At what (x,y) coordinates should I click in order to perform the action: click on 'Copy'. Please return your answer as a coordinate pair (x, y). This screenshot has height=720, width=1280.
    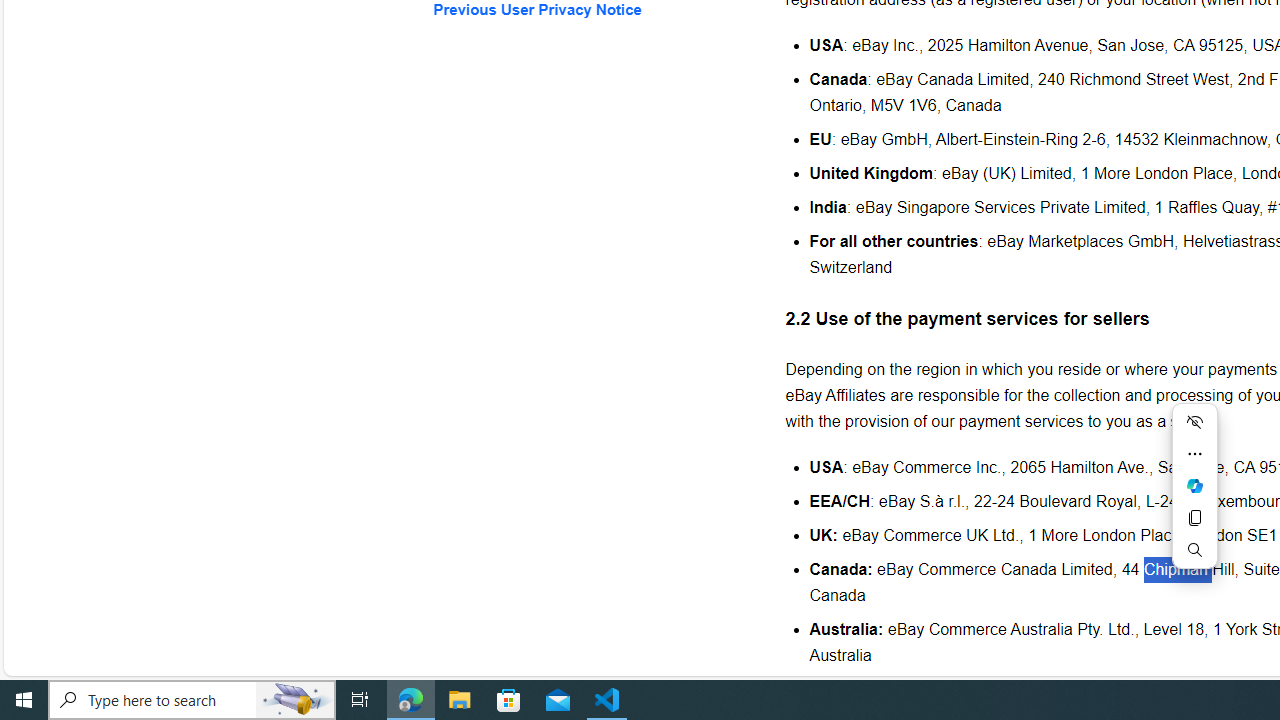
    Looking at the image, I should click on (1194, 517).